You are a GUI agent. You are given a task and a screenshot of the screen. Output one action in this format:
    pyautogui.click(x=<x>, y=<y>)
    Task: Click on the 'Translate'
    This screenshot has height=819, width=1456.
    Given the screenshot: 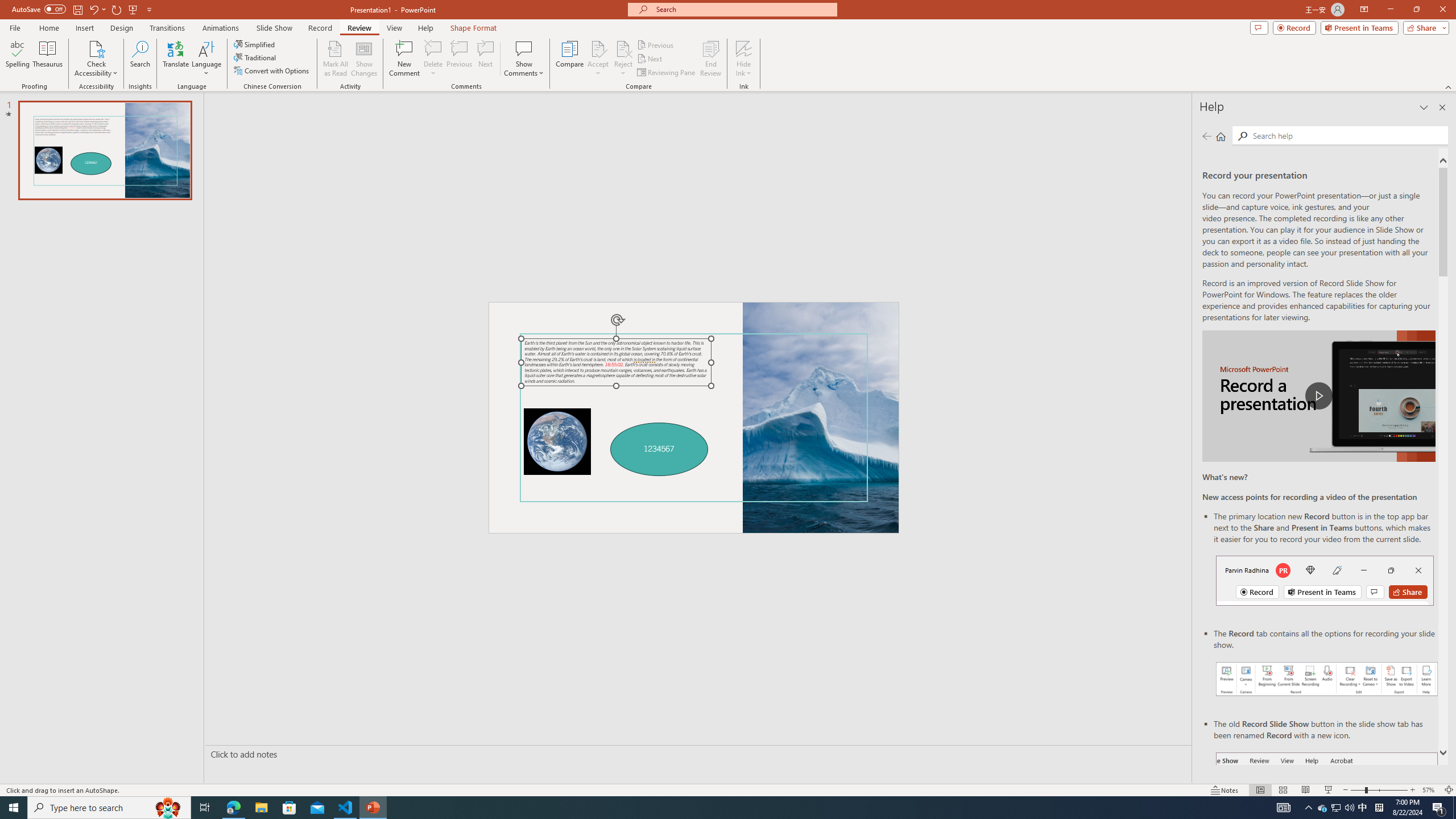 What is the action you would take?
    pyautogui.click(x=176, y=59)
    